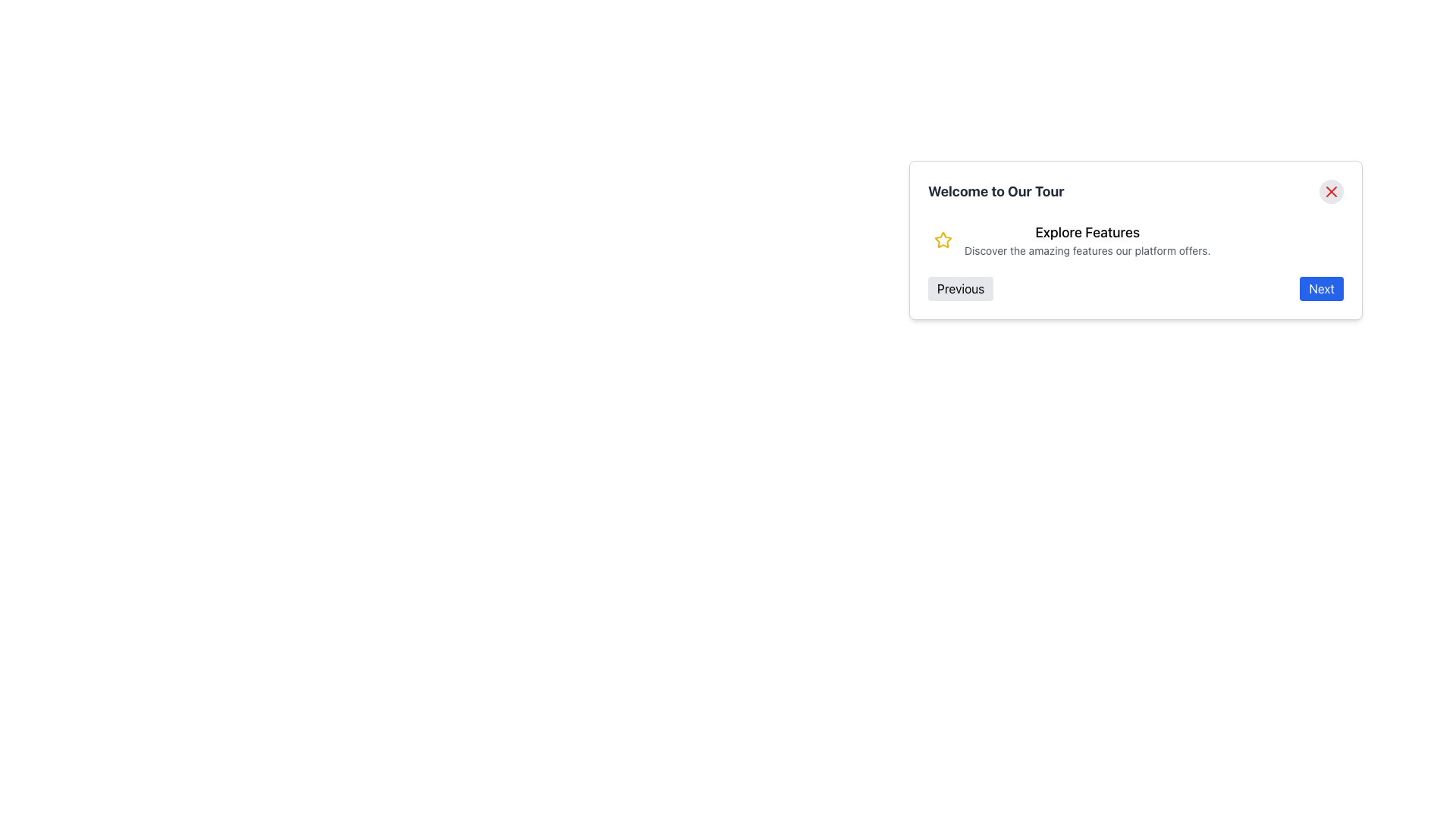 The image size is (1456, 819). Describe the element at coordinates (942, 239) in the screenshot. I see `the icon located on the left side of the section titled 'Explore Features', which emphasizes the feature description above the 'Previous' and 'Next' buttons` at that location.